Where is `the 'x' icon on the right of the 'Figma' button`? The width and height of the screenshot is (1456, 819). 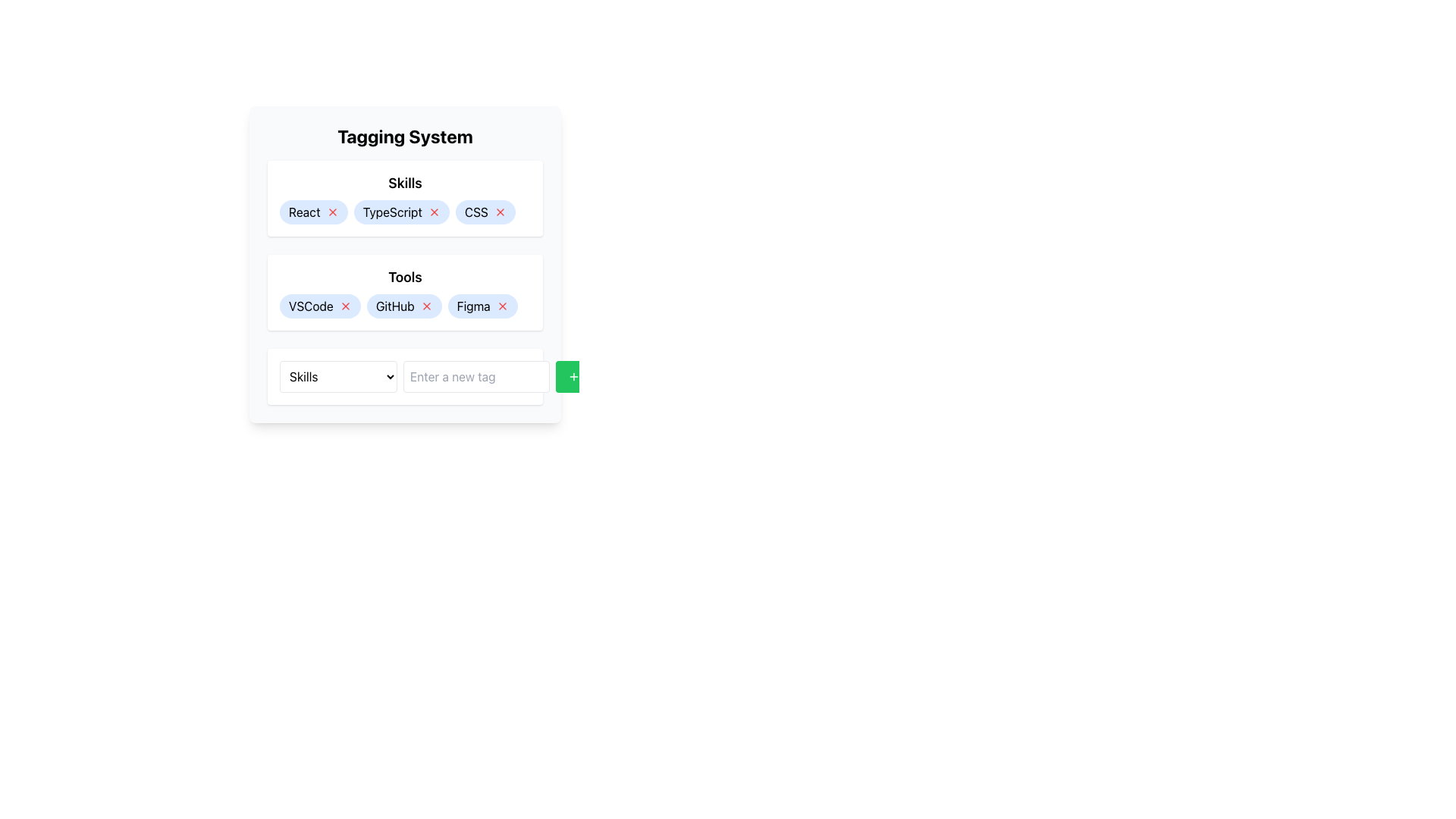 the 'x' icon on the right of the 'Figma' button is located at coordinates (482, 306).